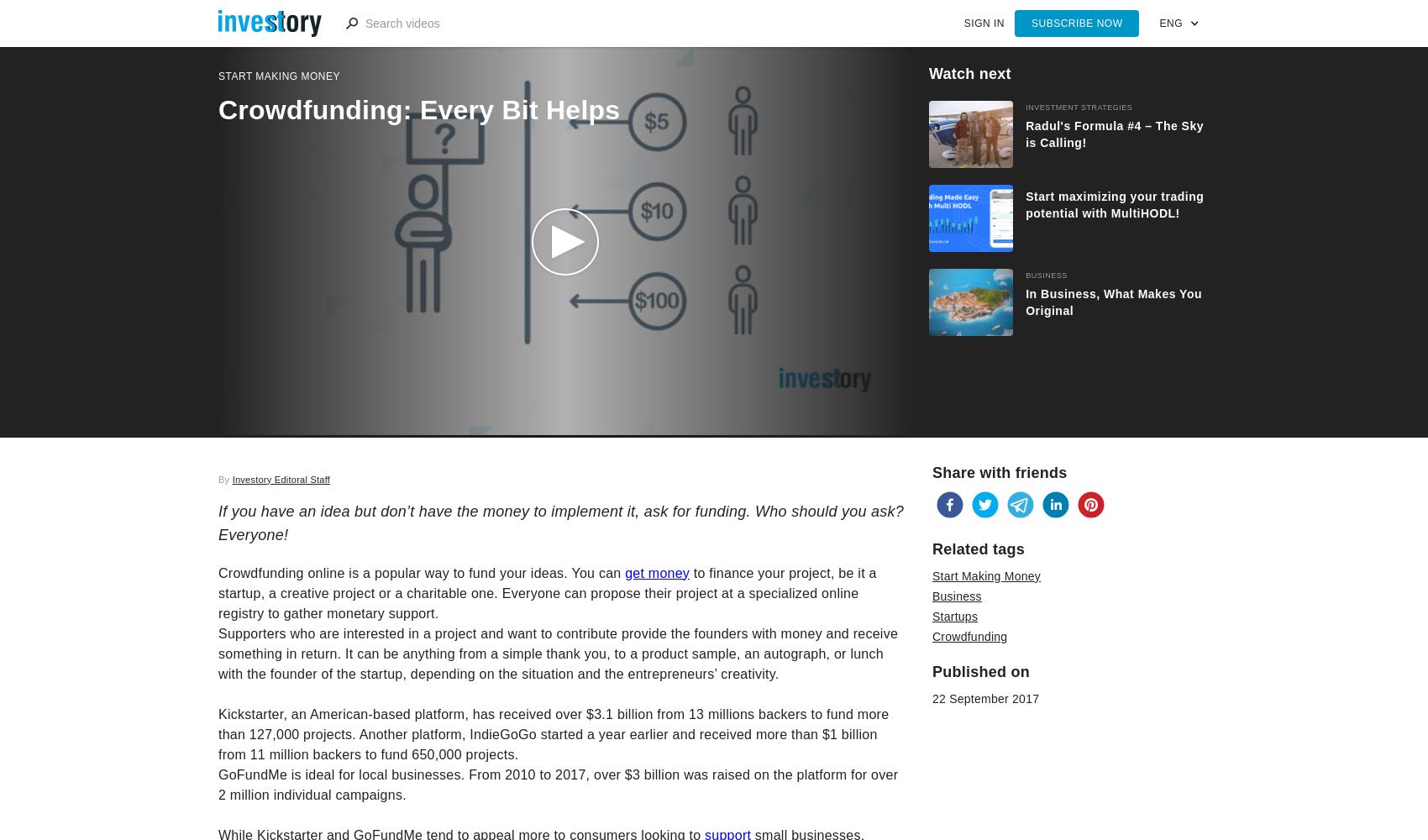  Describe the element at coordinates (1170, 24) in the screenshot. I see `'ENG'` at that location.